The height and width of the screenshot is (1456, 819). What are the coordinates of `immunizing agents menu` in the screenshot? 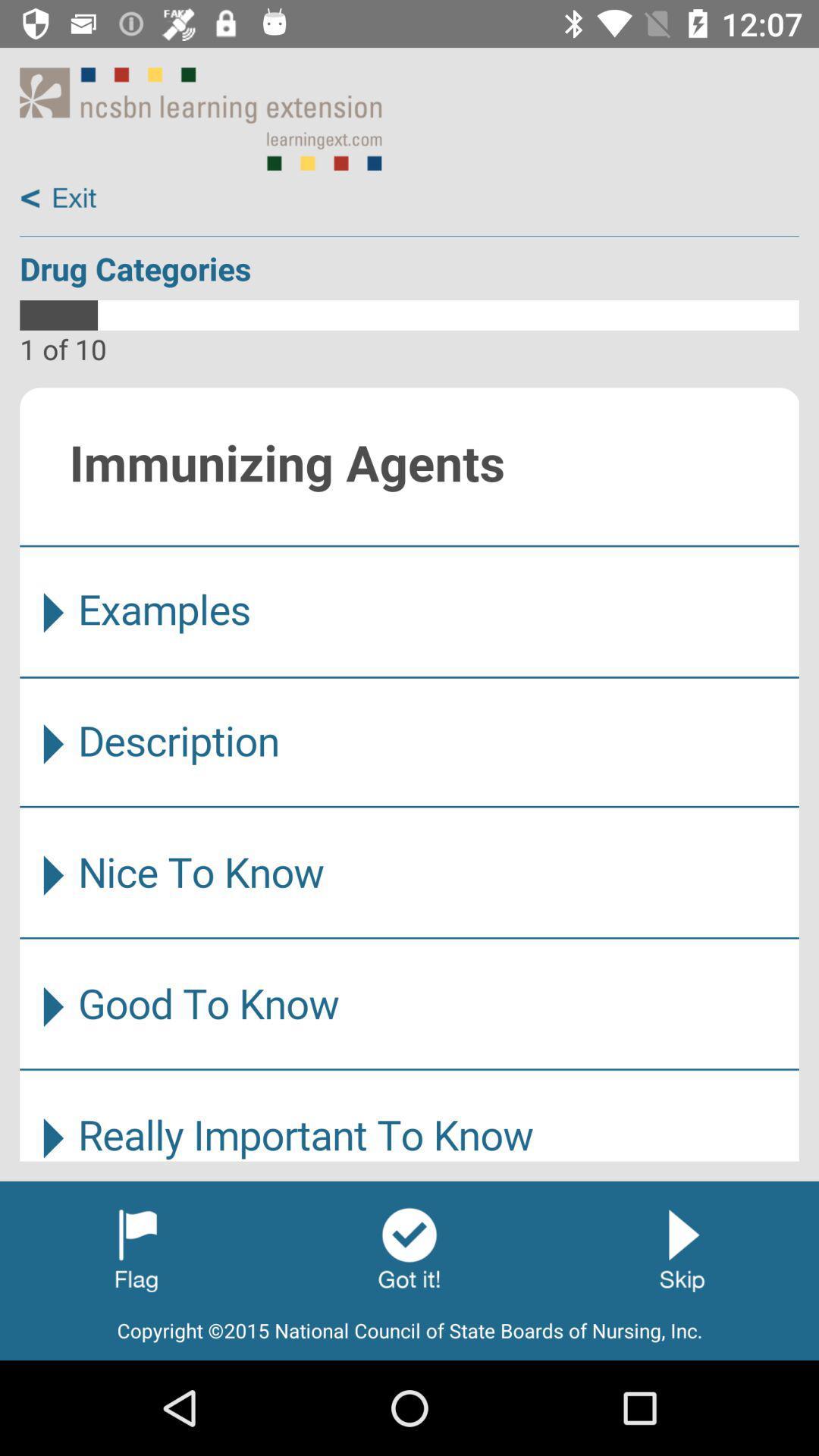 It's located at (409, 774).